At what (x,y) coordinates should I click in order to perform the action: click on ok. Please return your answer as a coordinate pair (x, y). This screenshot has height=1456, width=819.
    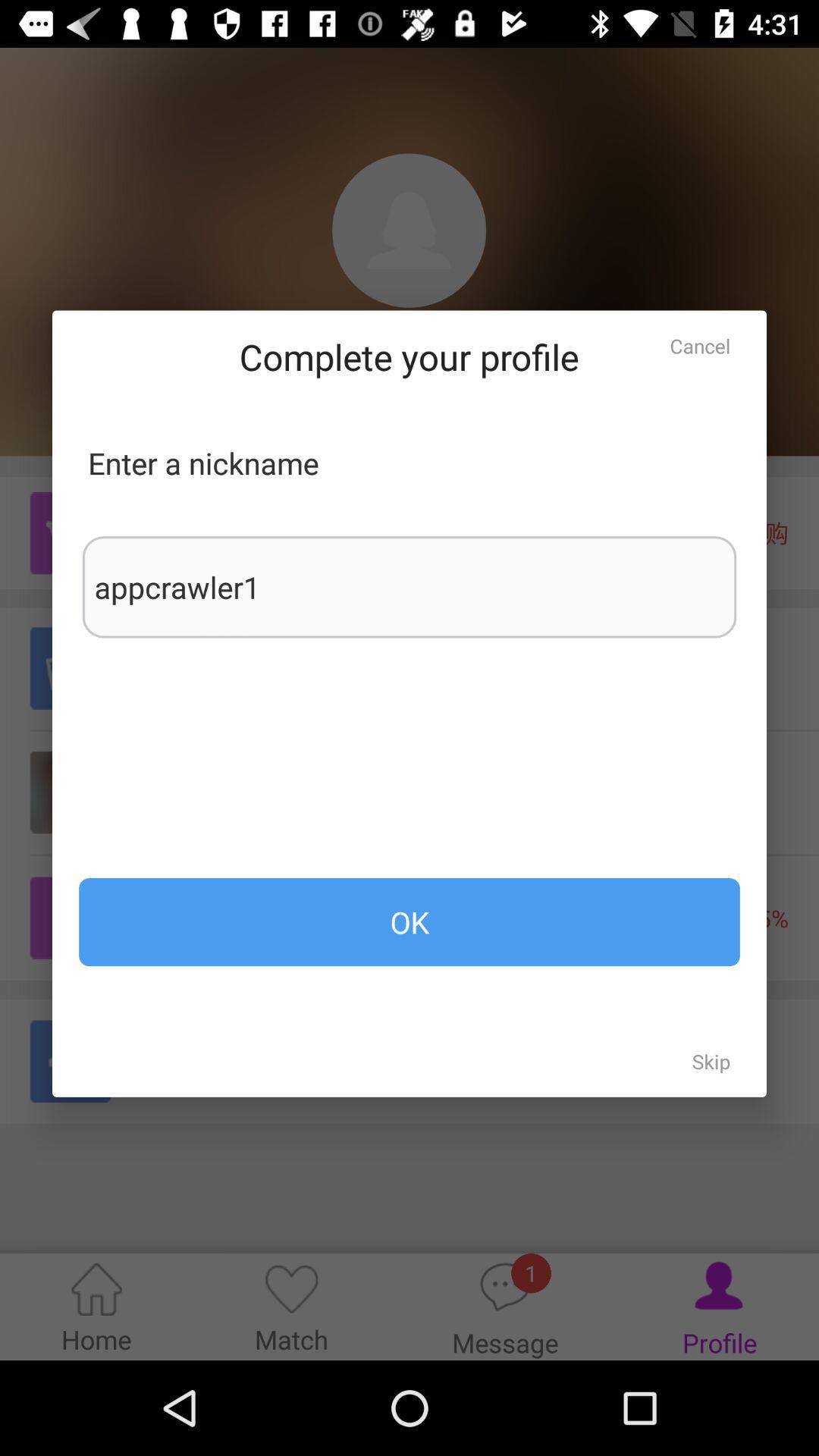
    Looking at the image, I should click on (409, 921).